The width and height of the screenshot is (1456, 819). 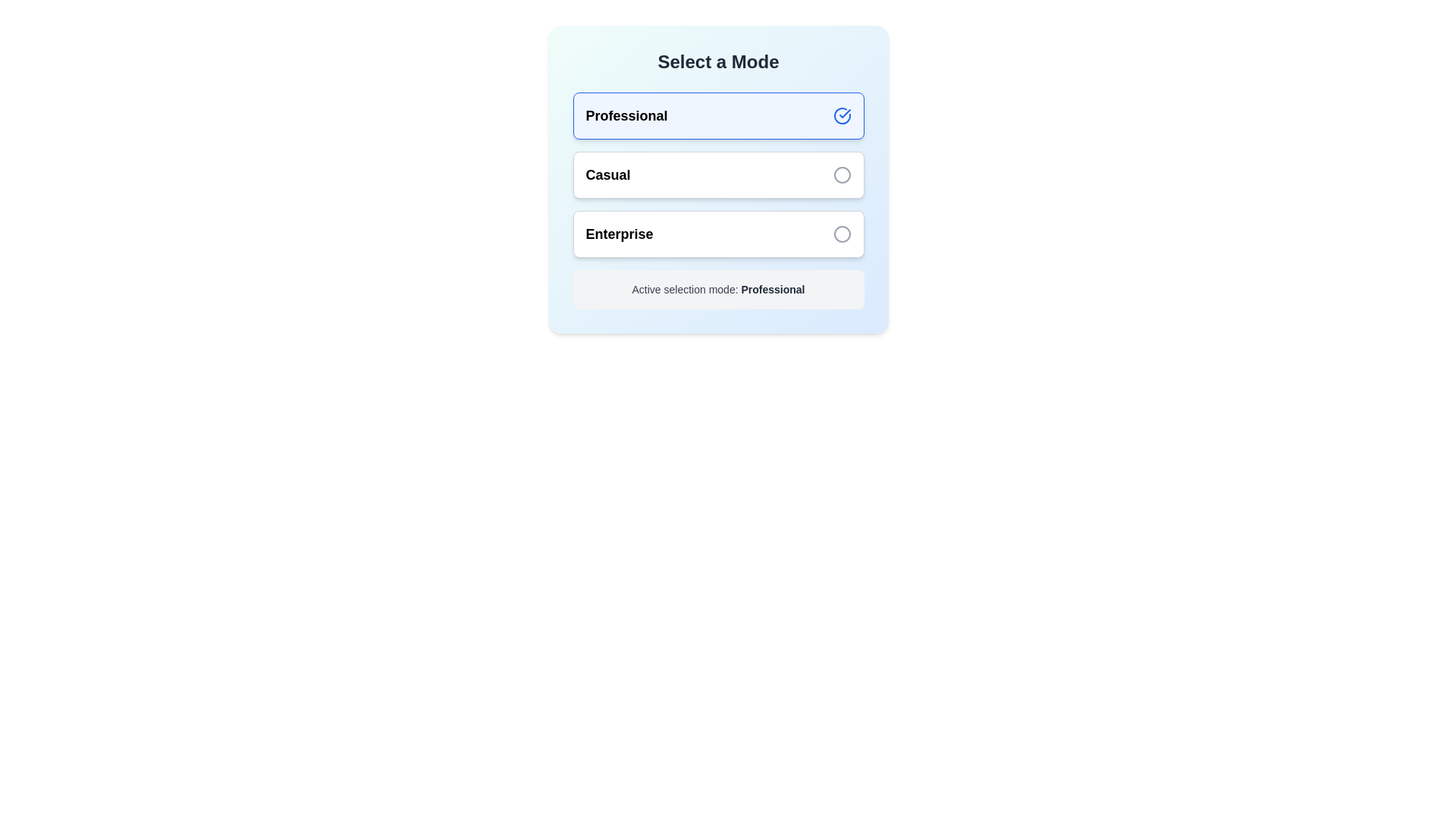 I want to click on the Text Display Area that informs about the currently selected mode, located at the bottom of the section under the 'Professional', 'Casual', and 'Enterprise' options, so click(x=717, y=289).